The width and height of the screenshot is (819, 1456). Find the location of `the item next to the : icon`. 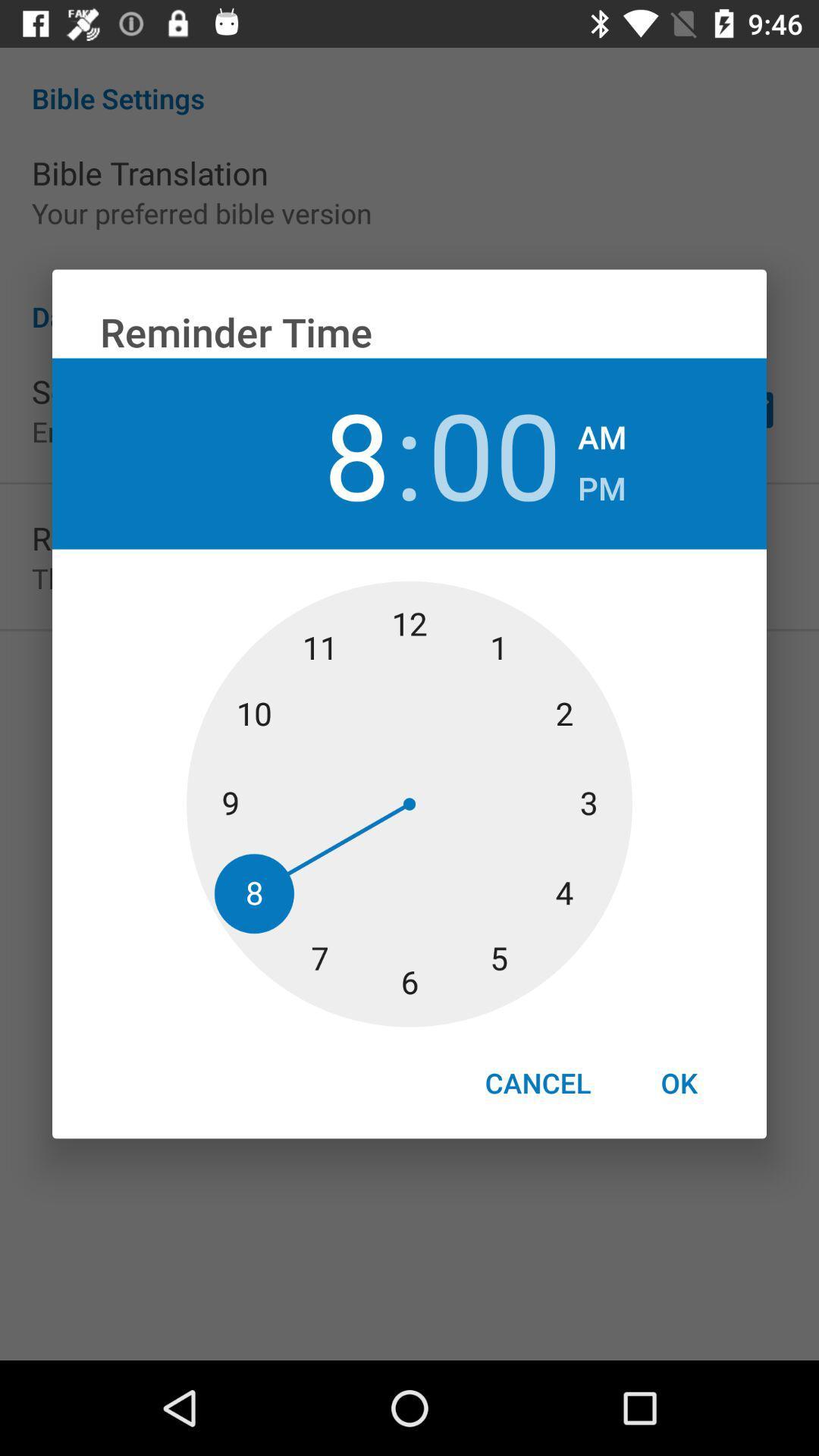

the item next to the : icon is located at coordinates (494, 453).